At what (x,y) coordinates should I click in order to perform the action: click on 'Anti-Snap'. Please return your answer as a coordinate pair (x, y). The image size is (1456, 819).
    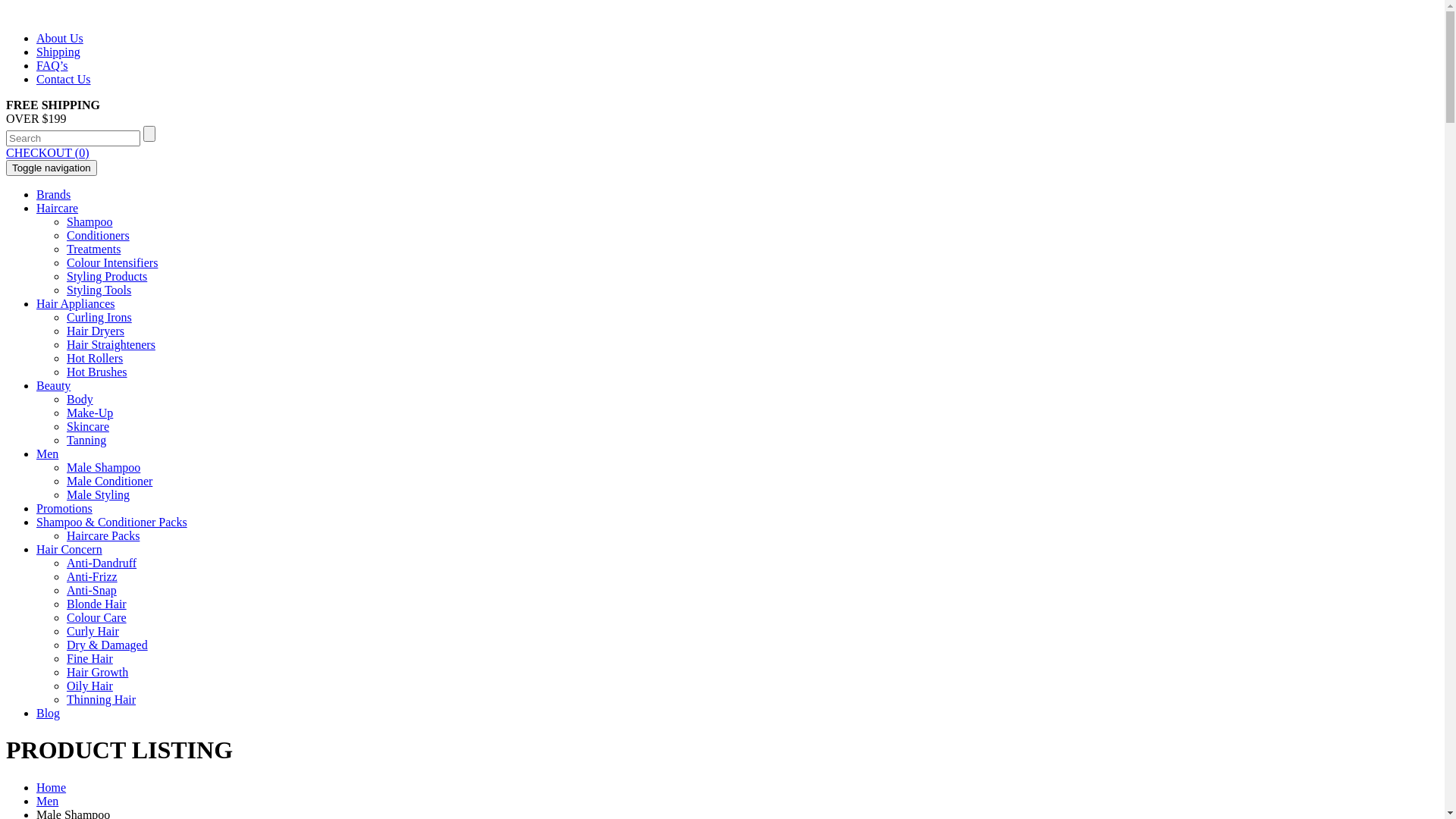
    Looking at the image, I should click on (90, 589).